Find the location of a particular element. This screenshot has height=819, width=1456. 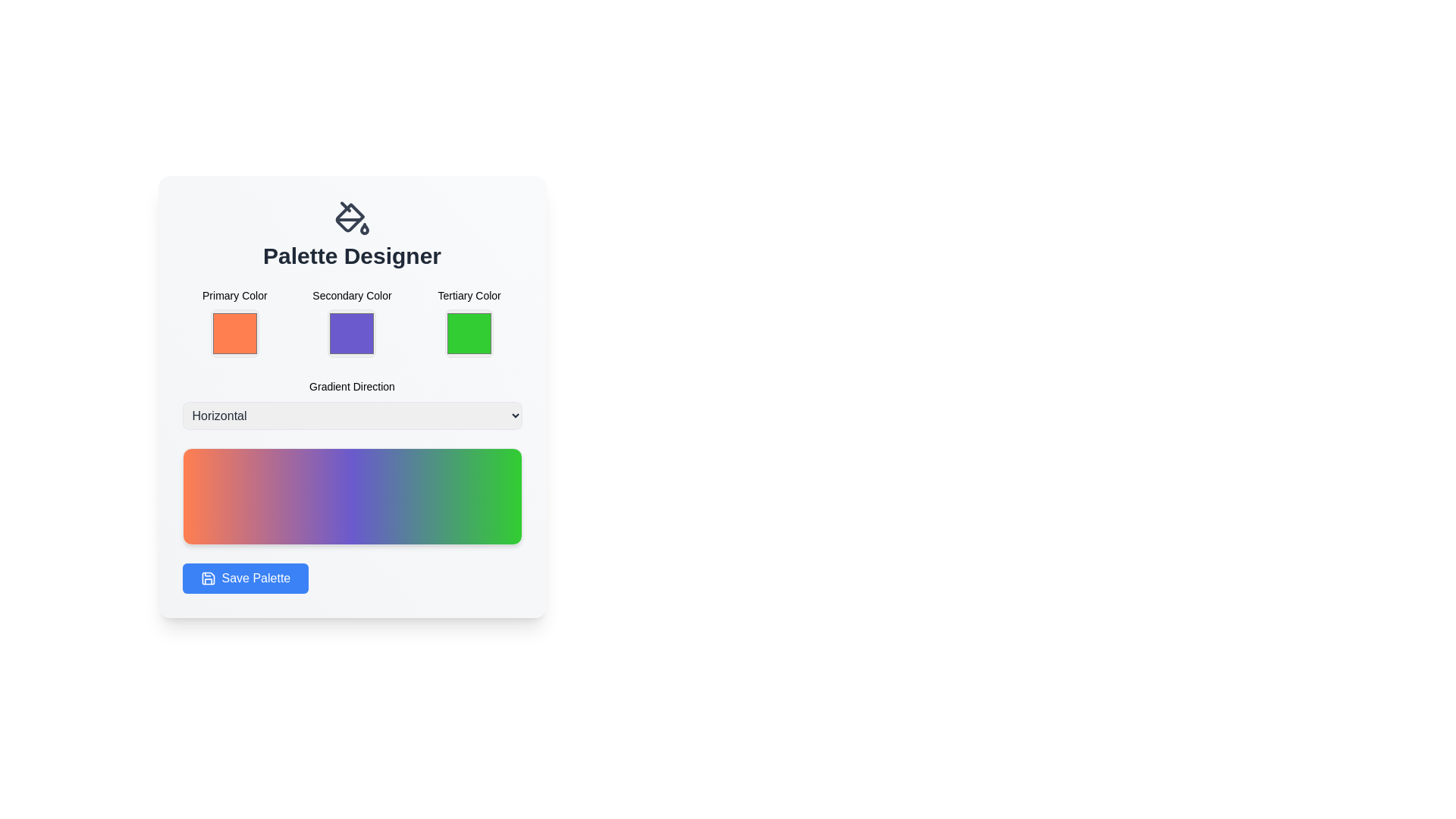

the dropdown menu located near the vertical center of the 'Palette Designer' panel is located at coordinates (351, 403).